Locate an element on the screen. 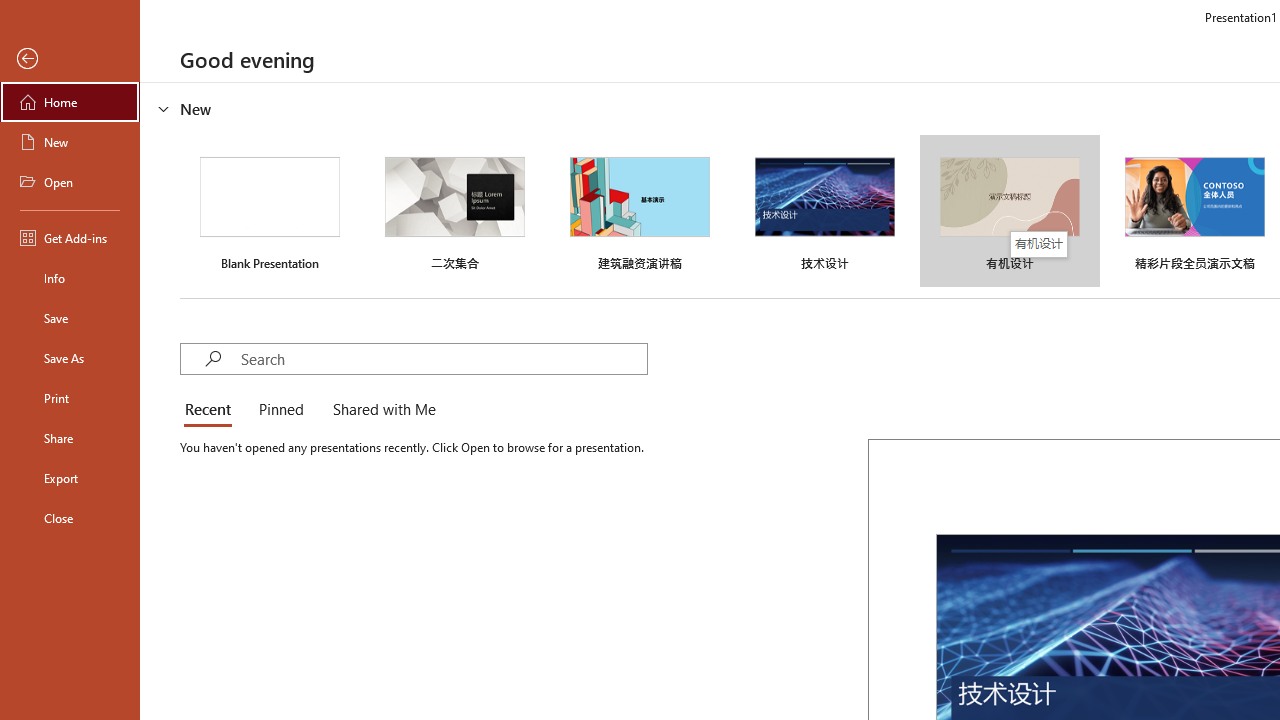  'Shared with Me' is located at coordinates (380, 410).